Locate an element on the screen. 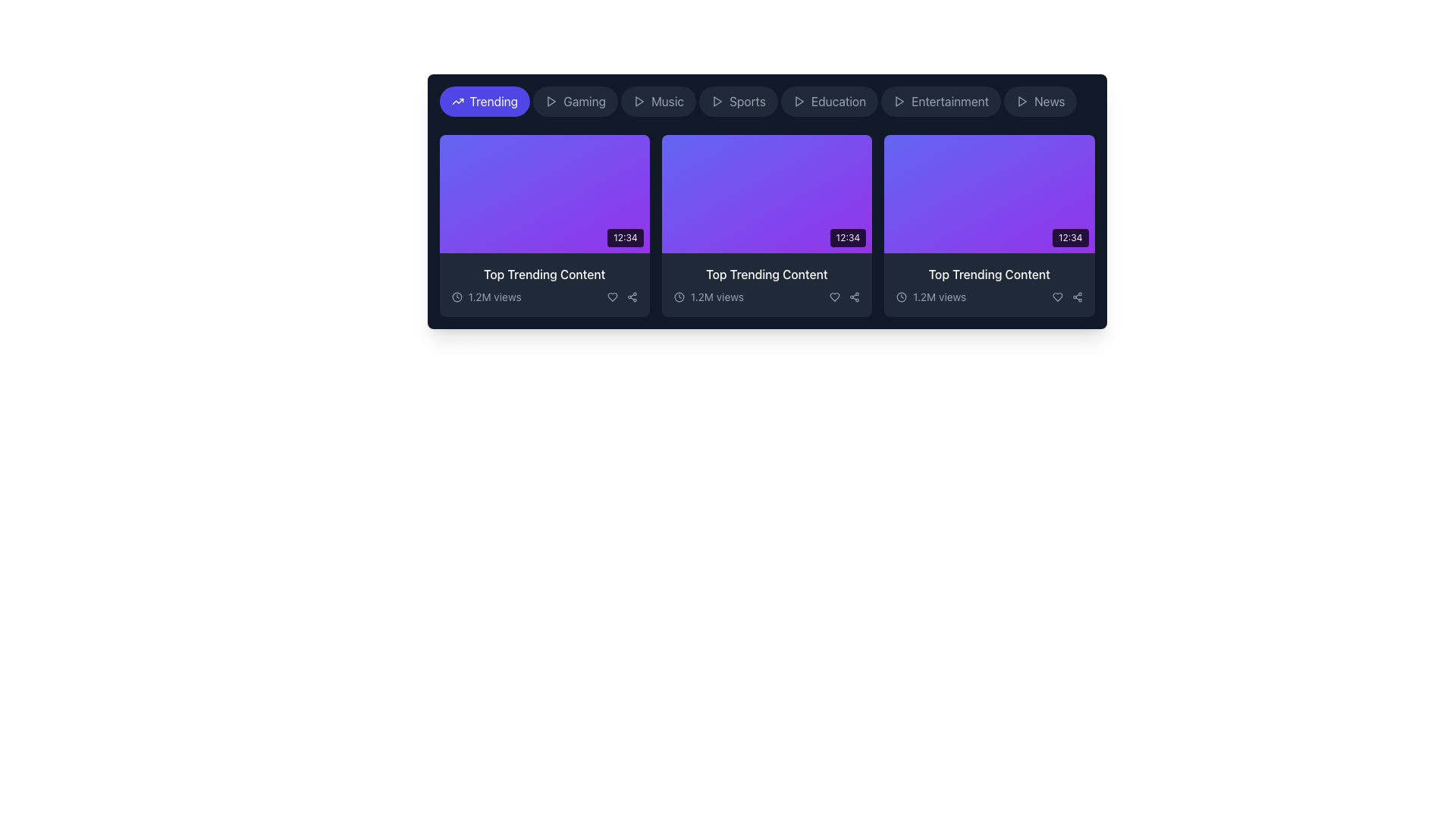  the share icon button, which resembles three connected dots in a triangular arrangement, located below the video thumbnail of the third trending content card is located at coordinates (855, 297).